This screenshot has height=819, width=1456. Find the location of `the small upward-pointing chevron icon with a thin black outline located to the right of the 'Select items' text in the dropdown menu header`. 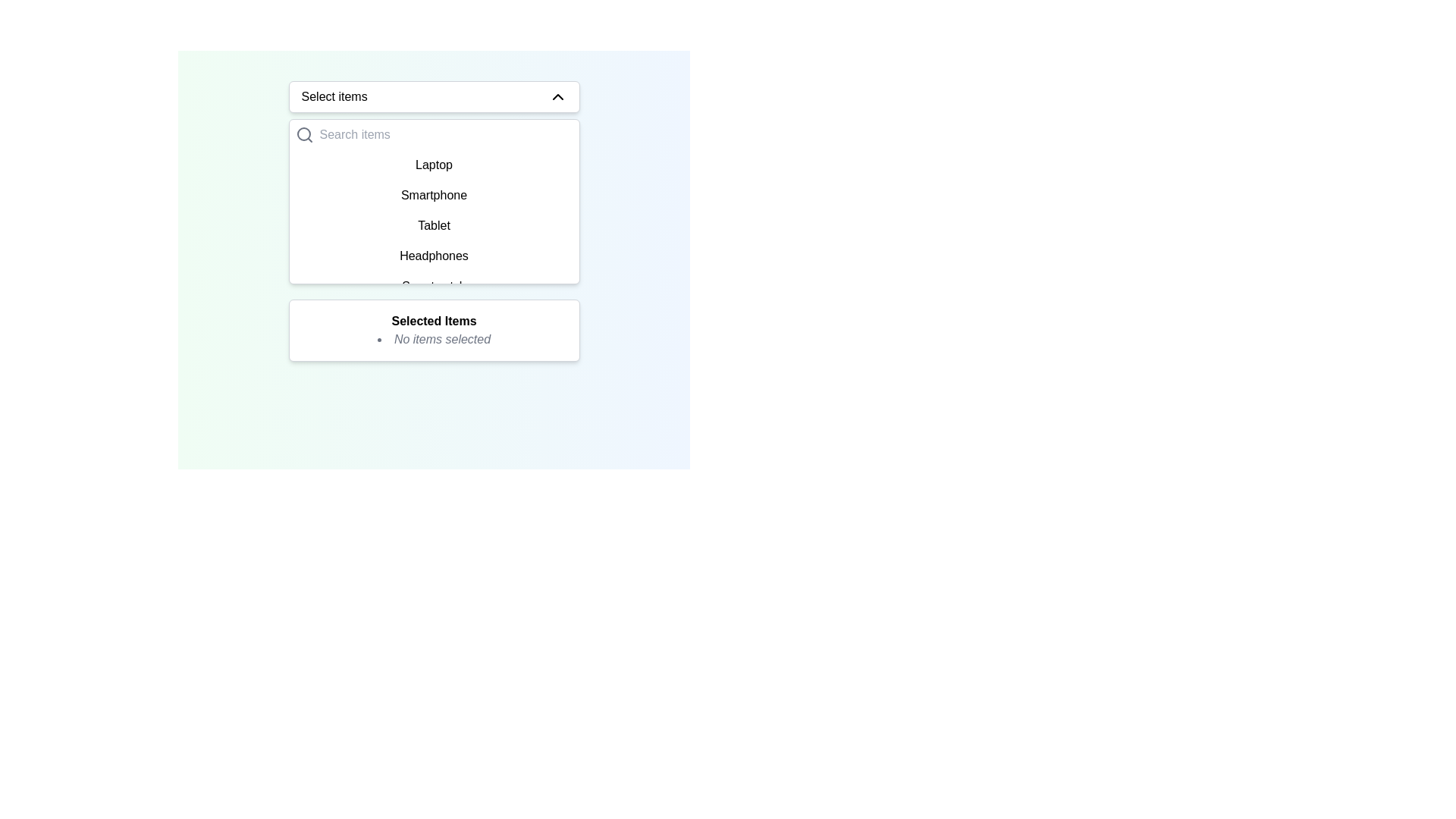

the small upward-pointing chevron icon with a thin black outline located to the right of the 'Select items' text in the dropdown menu header is located at coordinates (557, 96).